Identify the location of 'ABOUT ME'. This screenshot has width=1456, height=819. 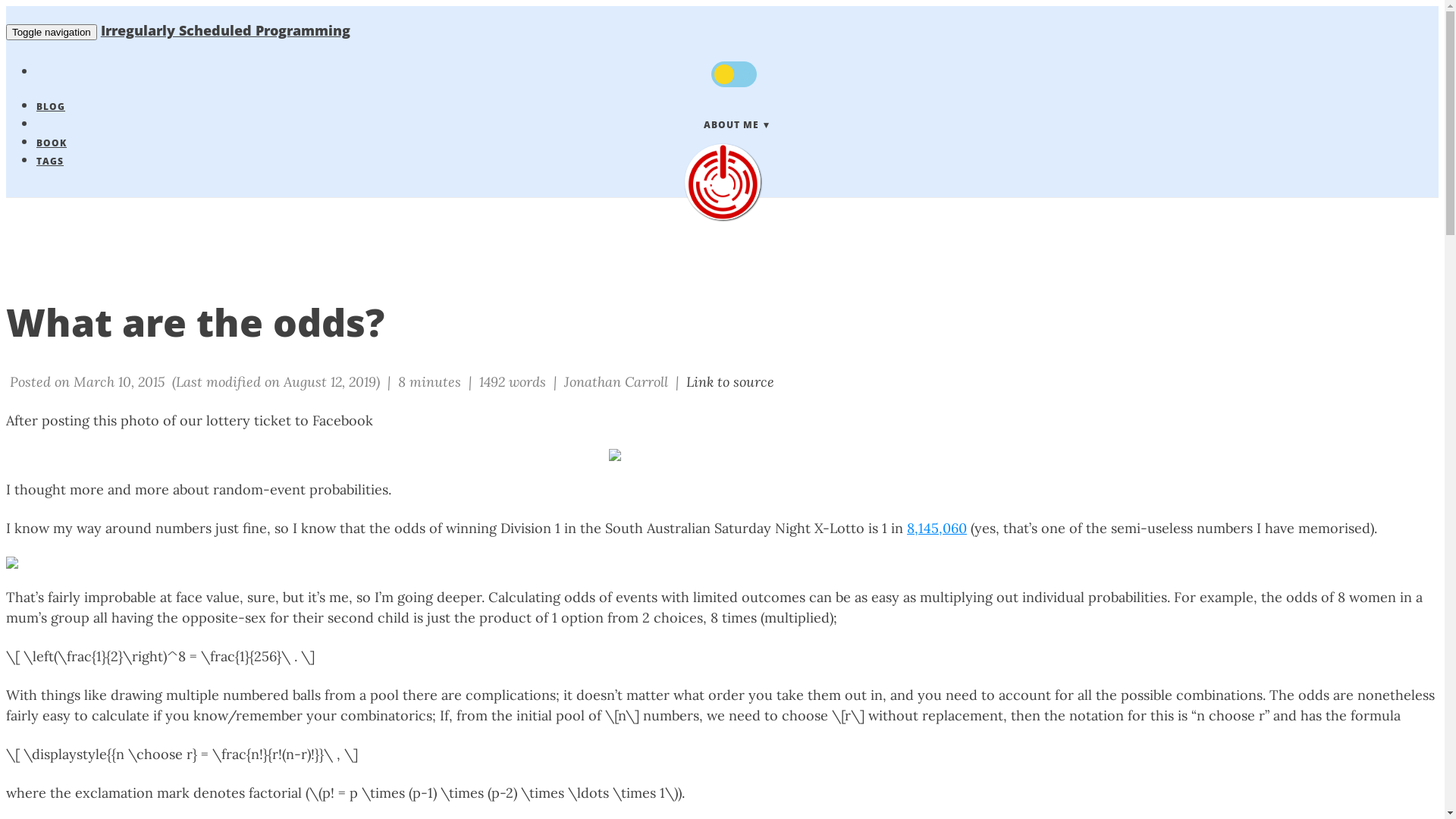
(702, 124).